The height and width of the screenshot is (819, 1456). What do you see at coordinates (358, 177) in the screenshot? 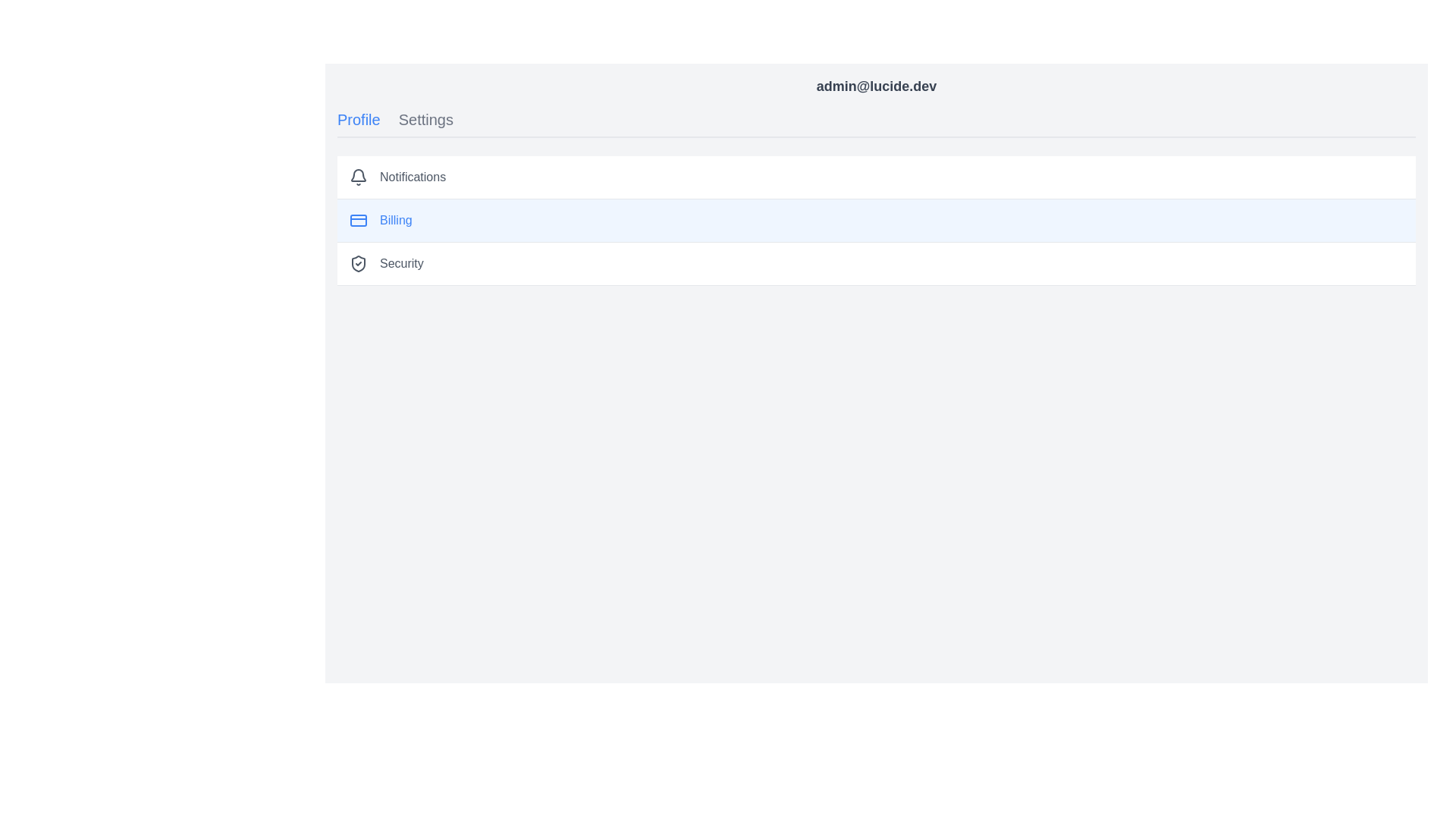
I see `the bell icon representing the notifications section, which is the leftmost component of the 'Notifications' row in the navigation list` at bounding box center [358, 177].